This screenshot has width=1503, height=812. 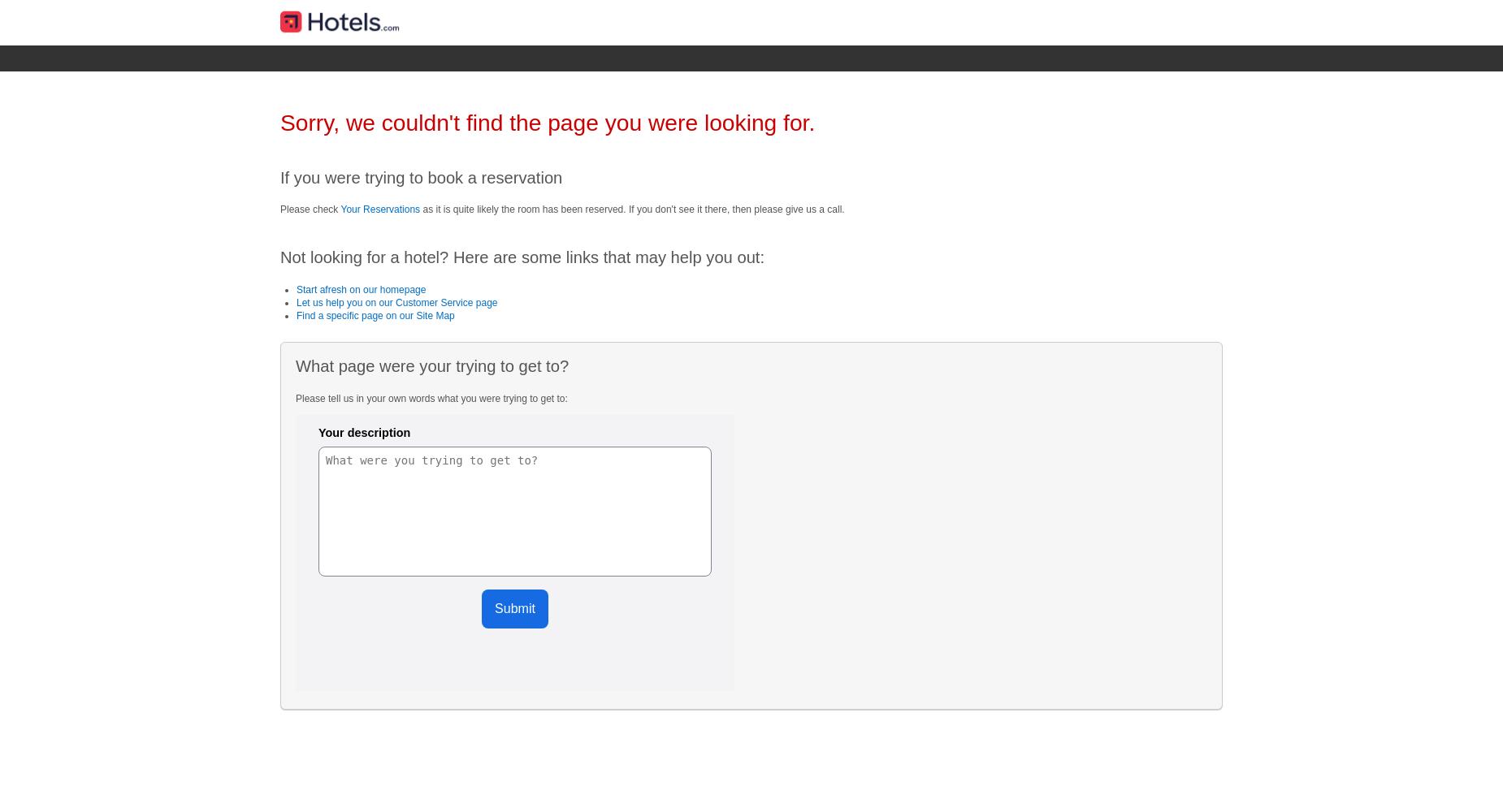 What do you see at coordinates (380, 209) in the screenshot?
I see `'Your Reservations'` at bounding box center [380, 209].